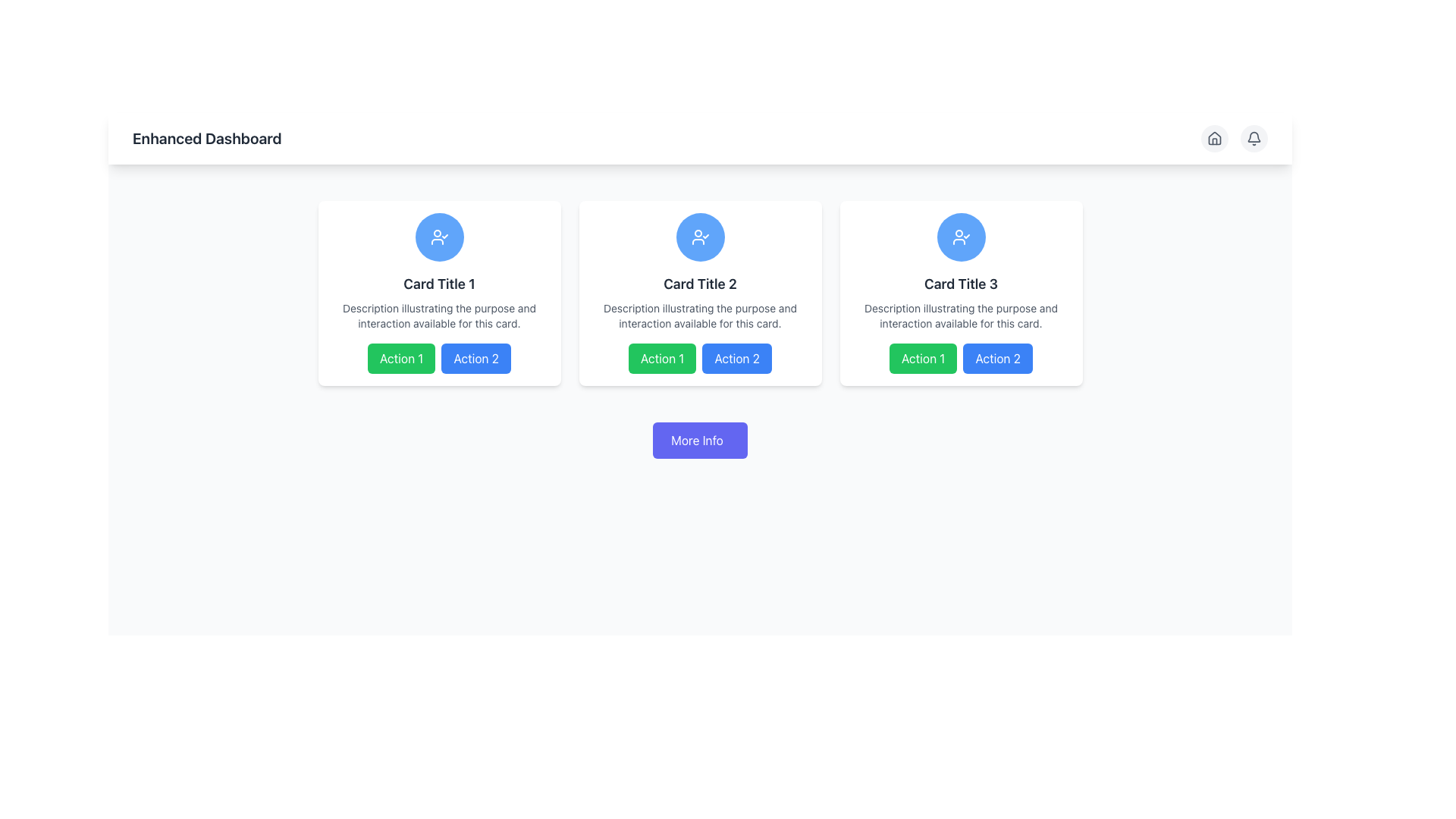 This screenshot has height=819, width=1456. Describe the element at coordinates (699, 441) in the screenshot. I see `the button located at the bottom of the layout, centered horizontally beneath a row of cards` at that location.